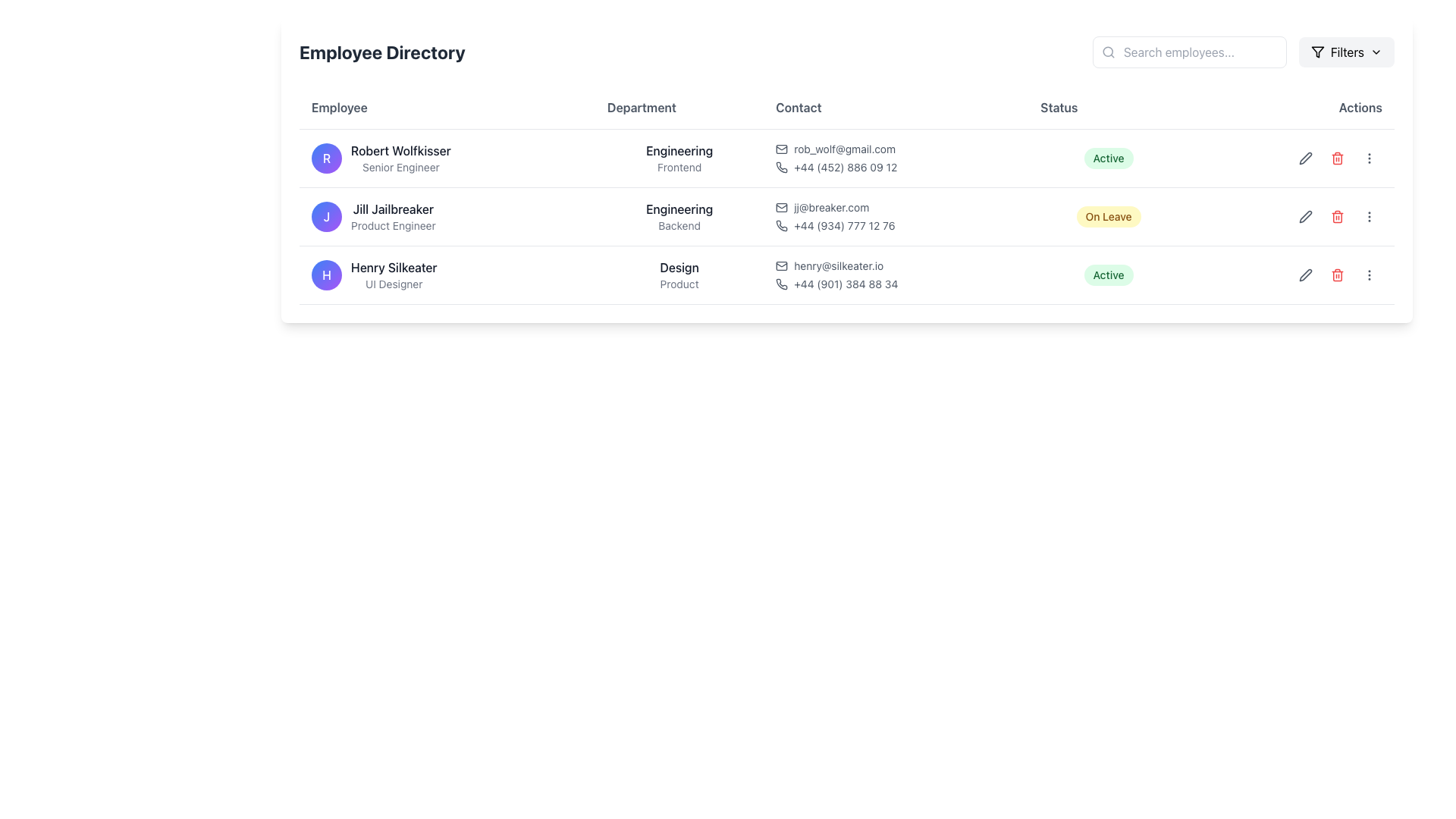 The width and height of the screenshot is (1456, 819). I want to click on label on the Badge indicating the current status of the employee, which shows 'Active' for Robert Wolfkisser in the Employee Directory, so click(1109, 158).